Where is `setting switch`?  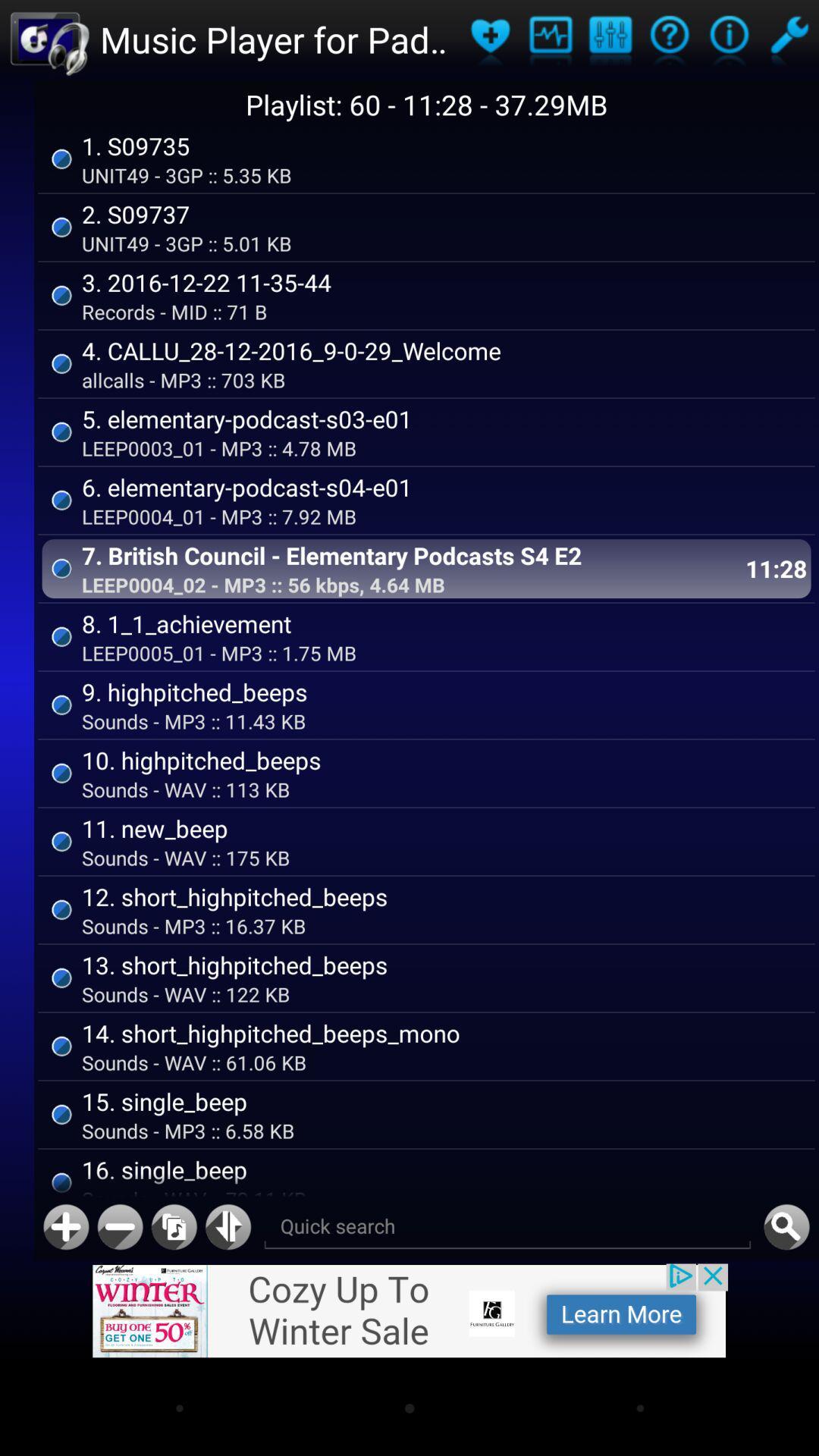
setting switch is located at coordinates (788, 39).